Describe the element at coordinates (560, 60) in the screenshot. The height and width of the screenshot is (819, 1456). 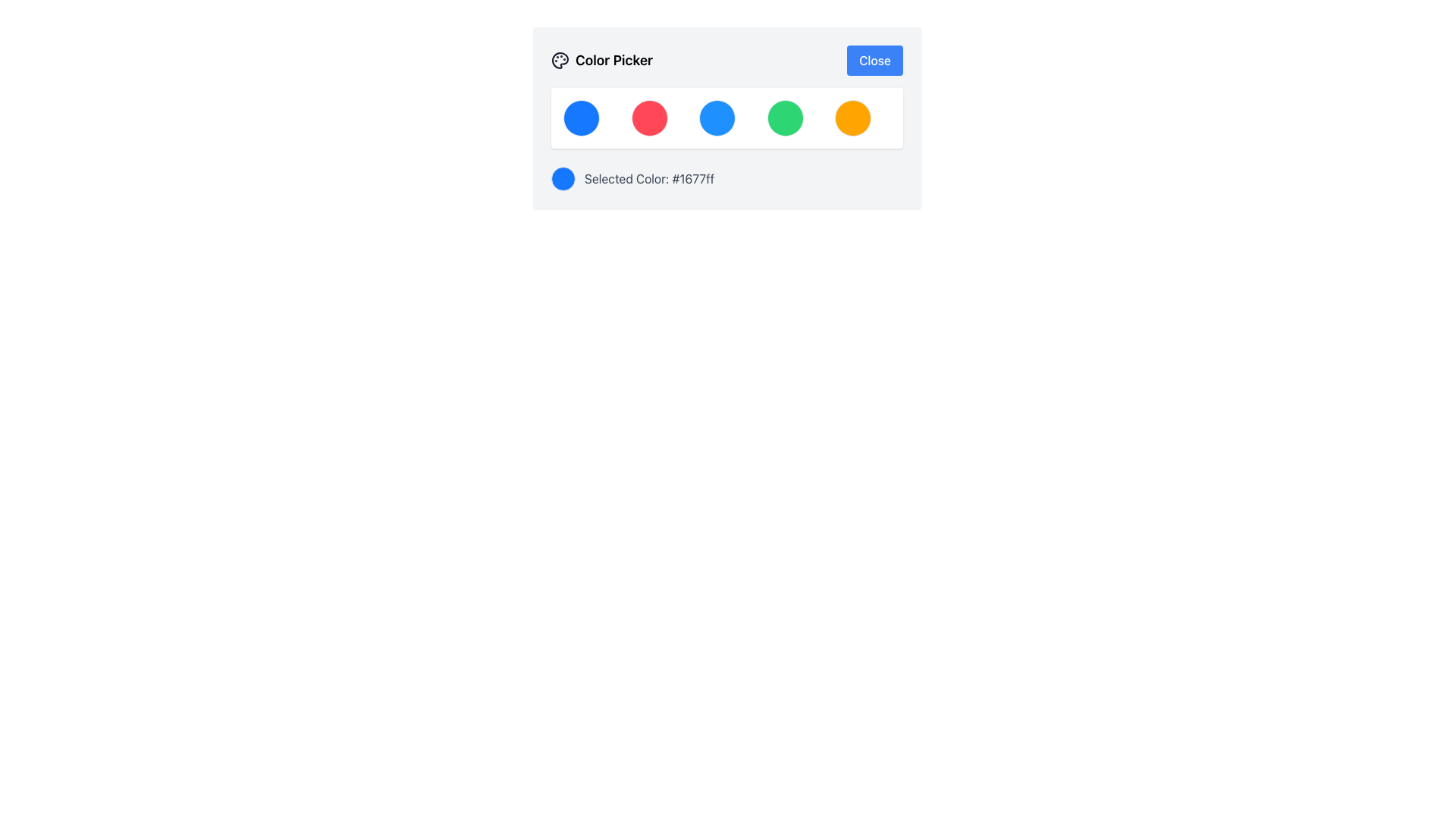
I see `the color selection icon located at the top-left corner of the 'Color Picker' section, which serves as a visual clue for the 'Color Picker' functionality` at that location.